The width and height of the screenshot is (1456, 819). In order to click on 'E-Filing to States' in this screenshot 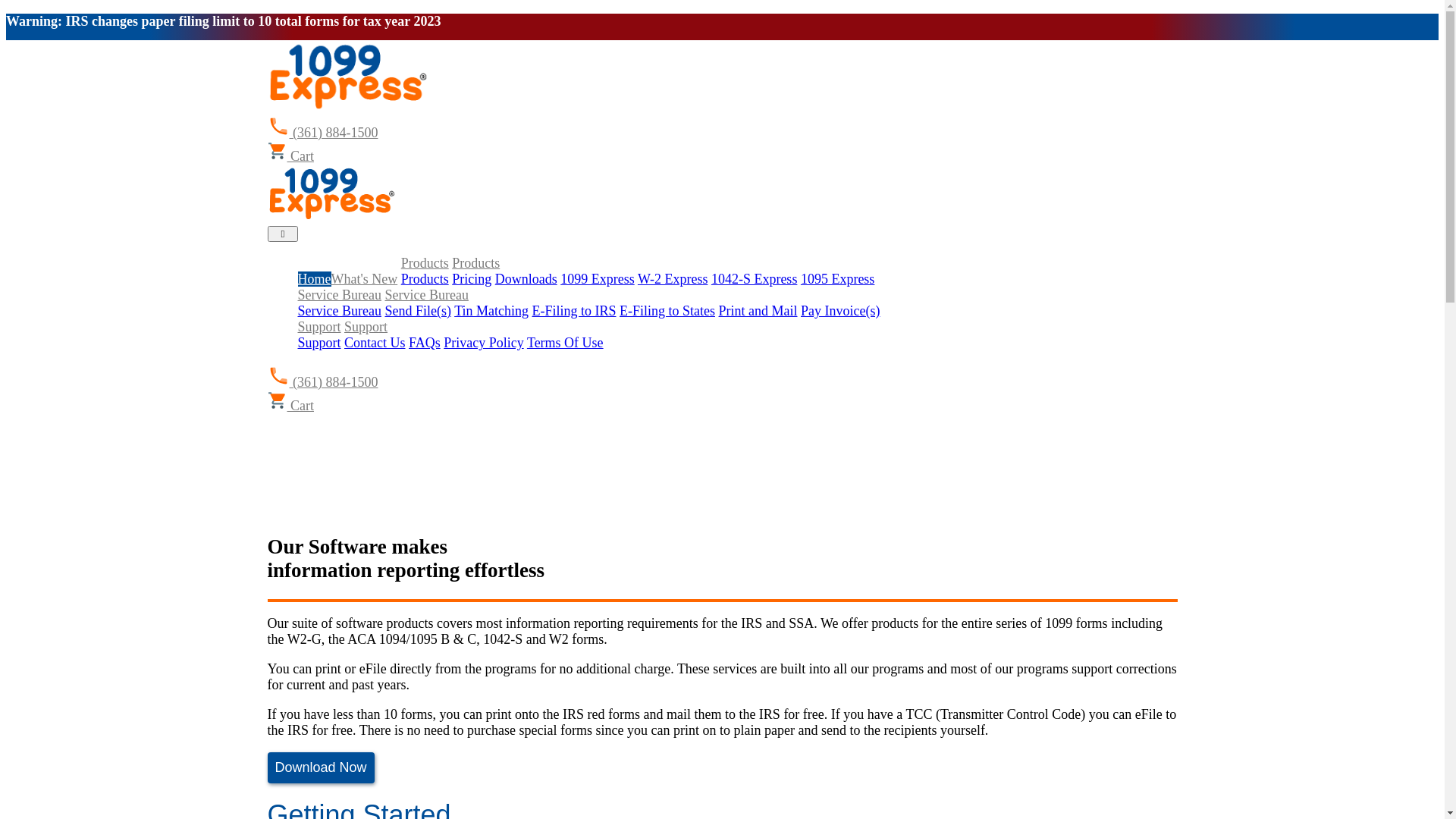, I will do `click(667, 309)`.